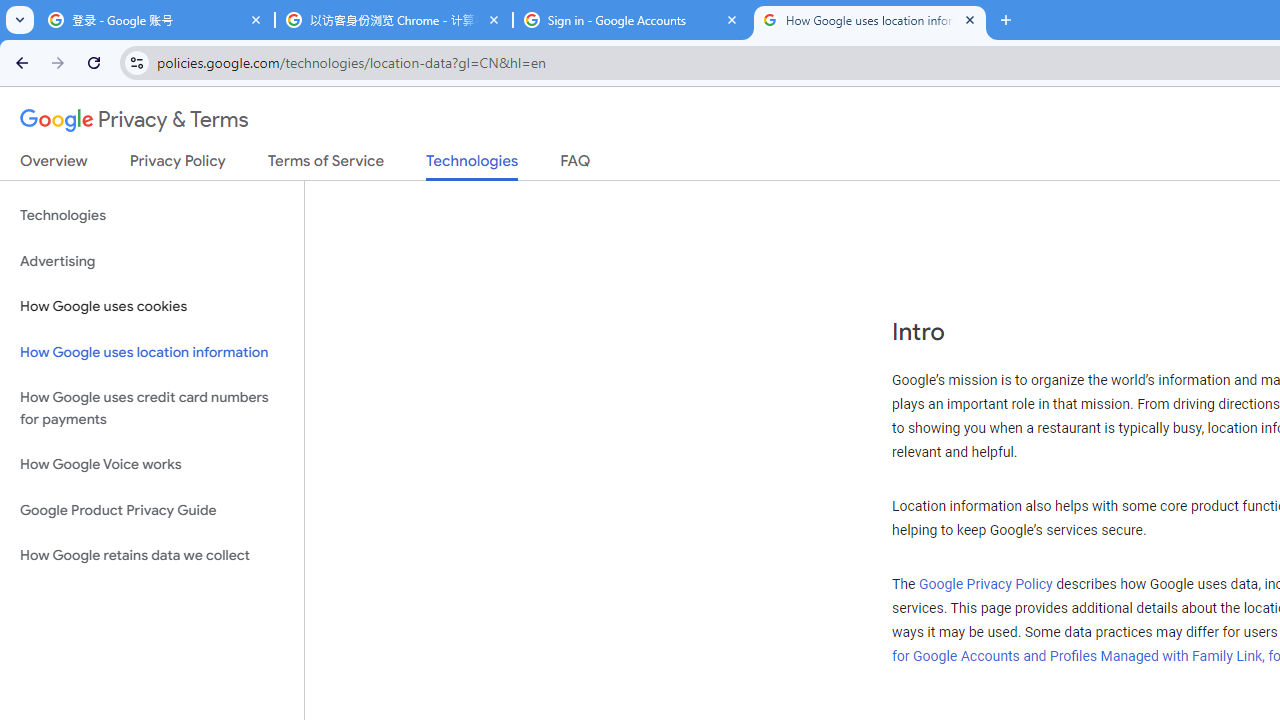 This screenshot has height=720, width=1280. What do you see at coordinates (985, 584) in the screenshot?
I see `'Google Privacy Policy'` at bounding box center [985, 584].